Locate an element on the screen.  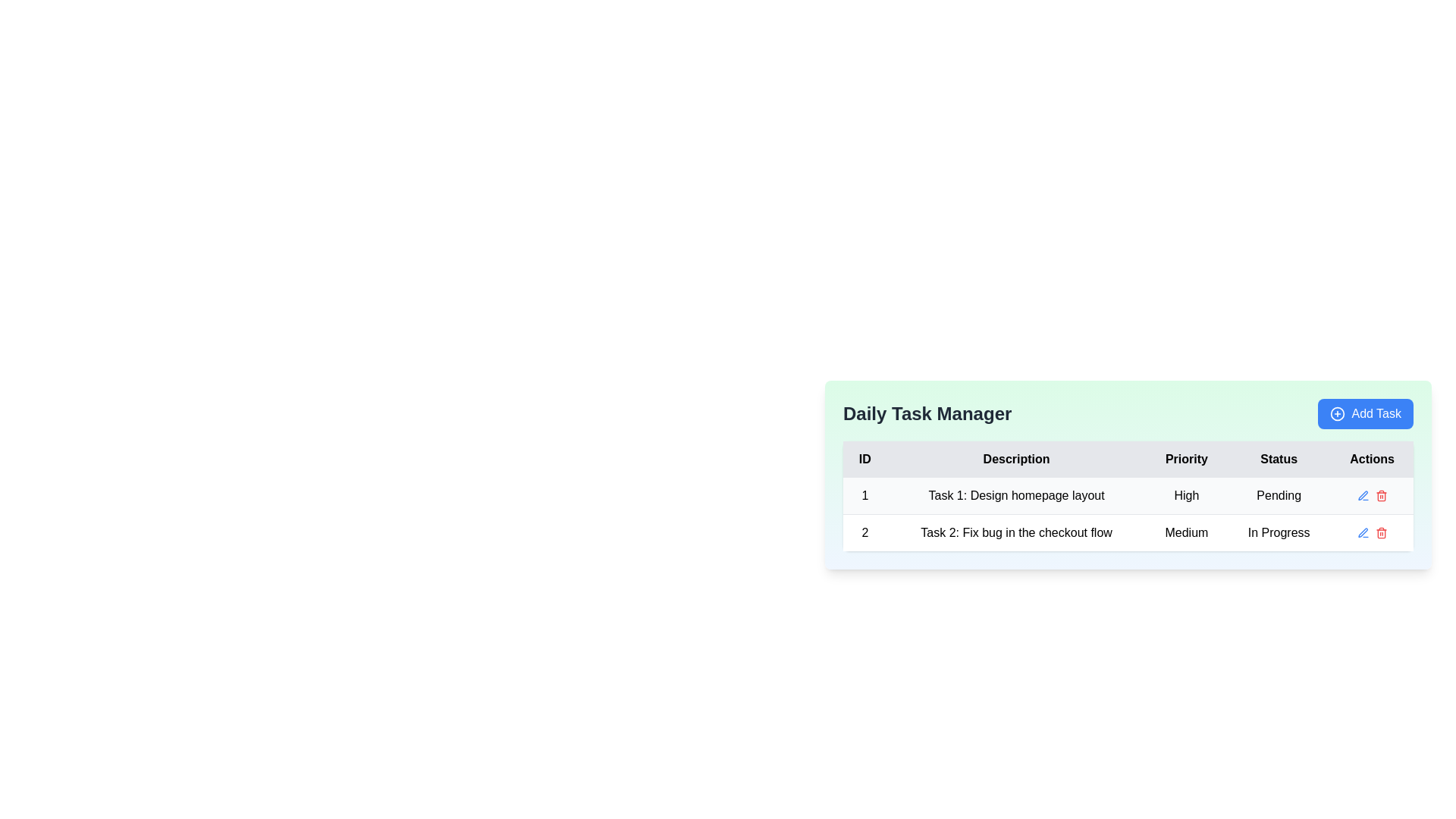
the fourth column header in the table that indicates the status of tasks, located between the 'Priority' and 'Actions' columns is located at coordinates (1278, 458).